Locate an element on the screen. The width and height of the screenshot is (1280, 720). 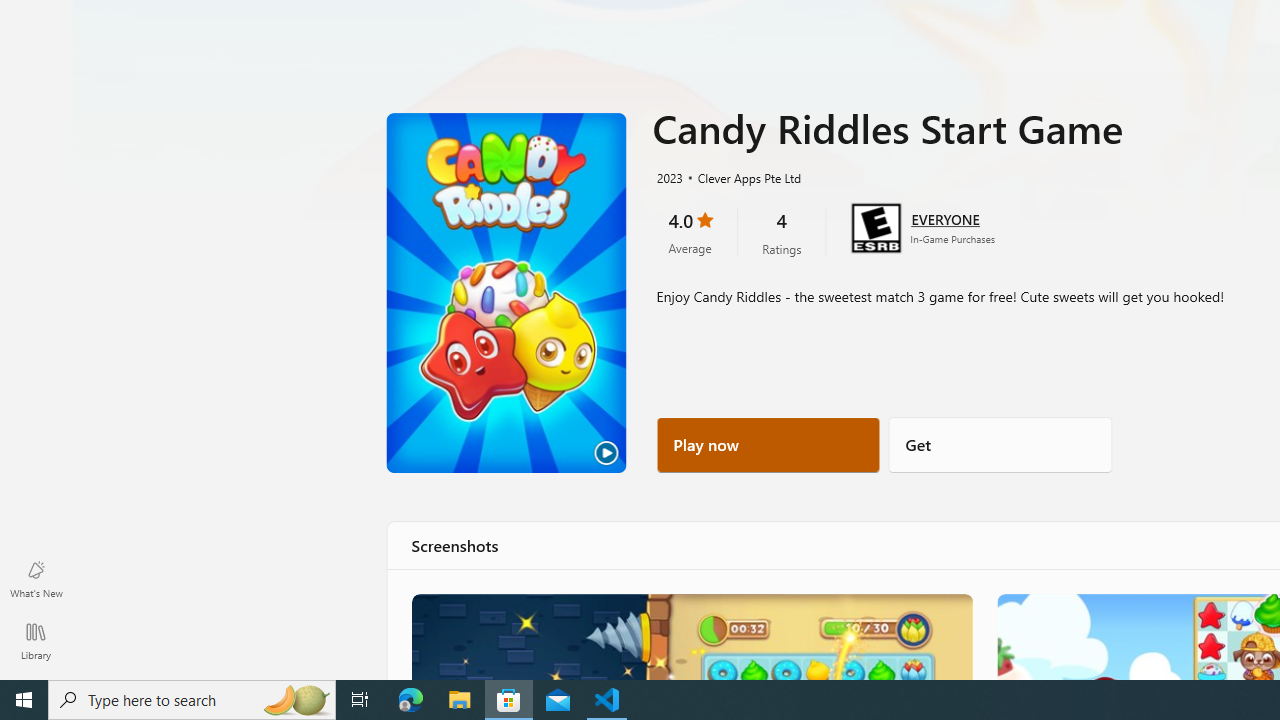
'2023' is located at coordinates (668, 176).